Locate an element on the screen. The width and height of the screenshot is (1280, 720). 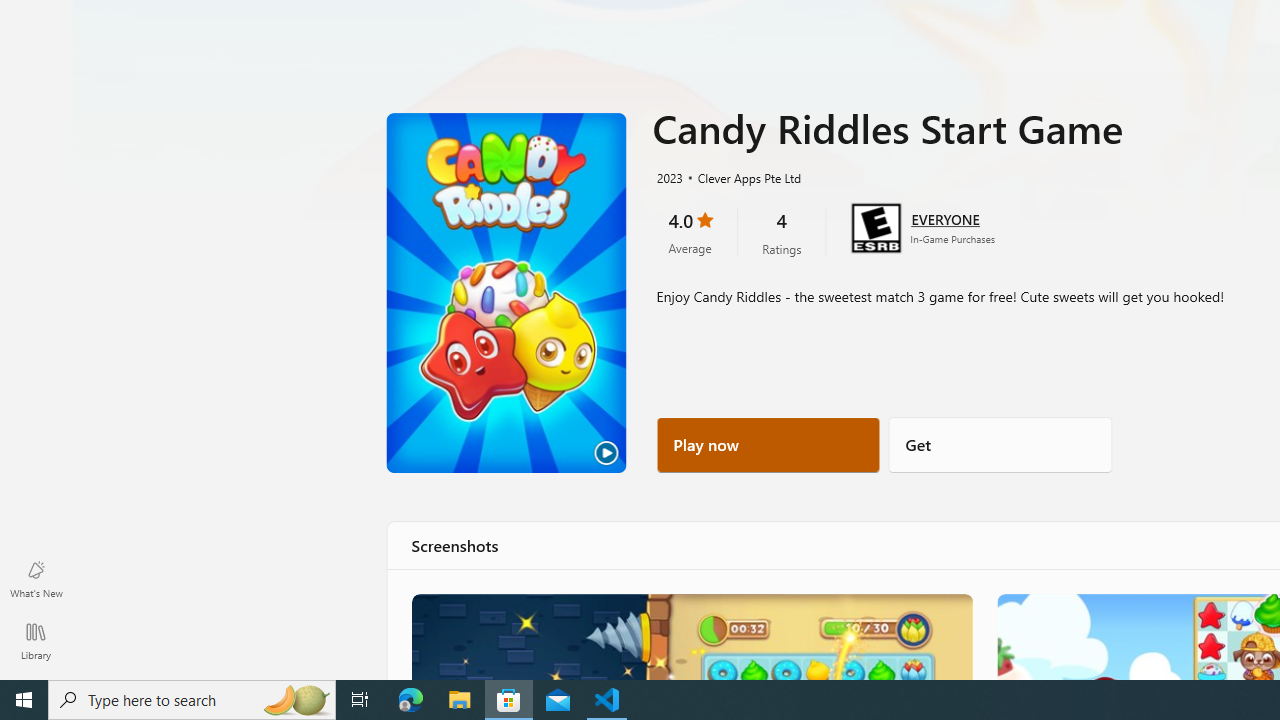
'2023' is located at coordinates (668, 176).